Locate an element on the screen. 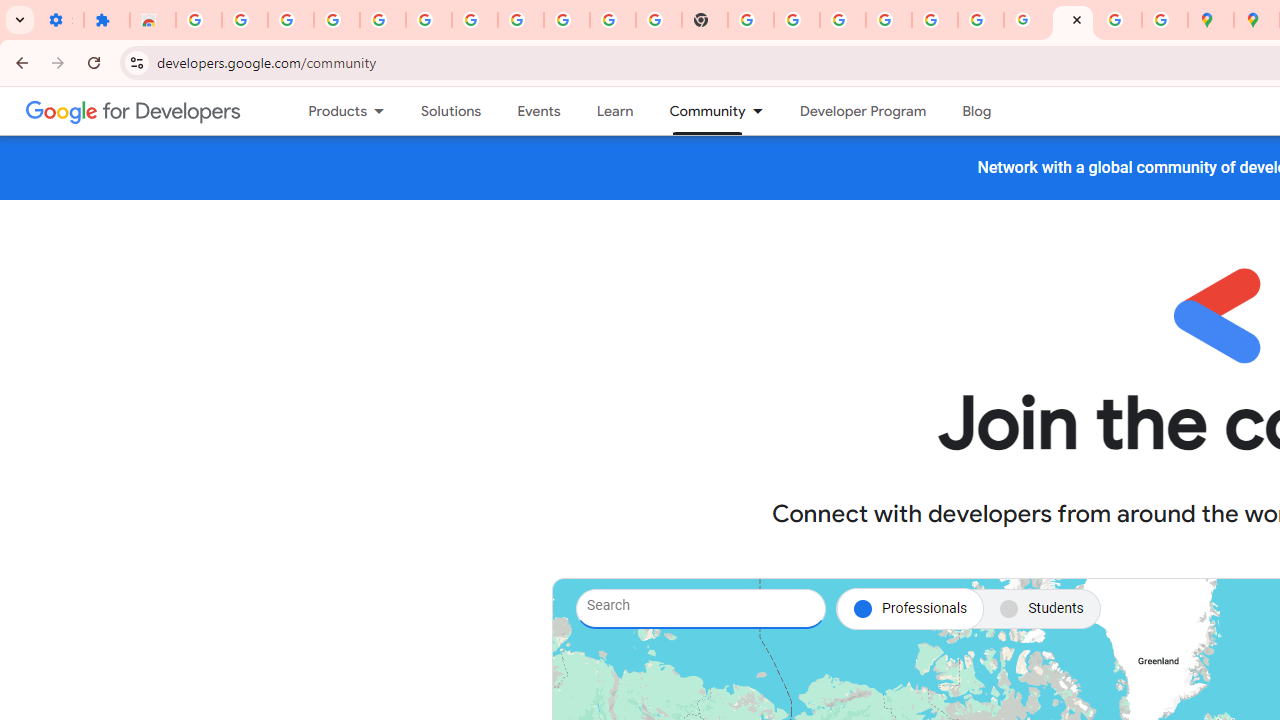 The height and width of the screenshot is (720, 1280). 'Community, selected' is located at coordinates (698, 111).